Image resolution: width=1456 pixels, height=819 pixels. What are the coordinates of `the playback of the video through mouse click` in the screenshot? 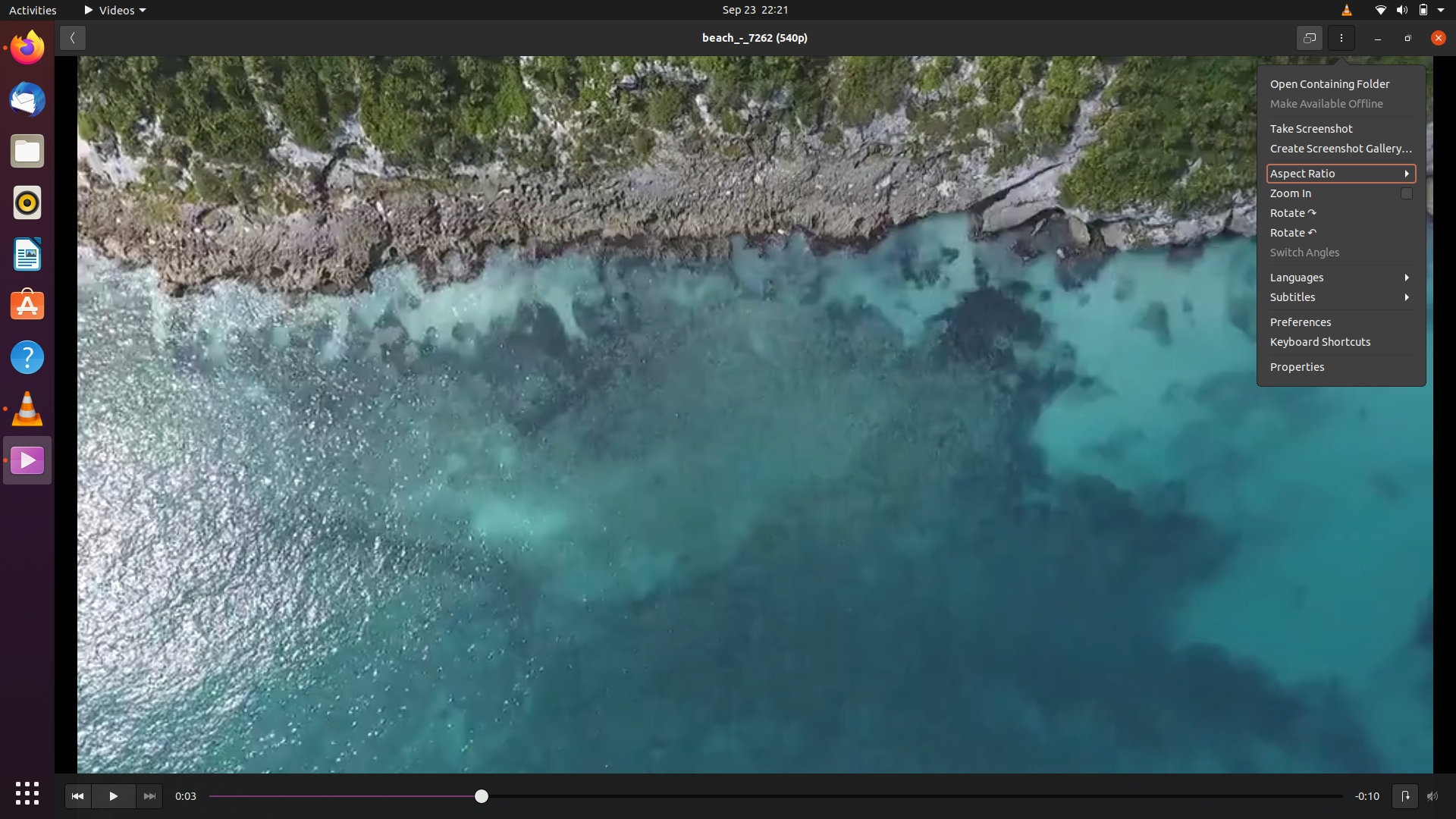 It's located at (112, 795).